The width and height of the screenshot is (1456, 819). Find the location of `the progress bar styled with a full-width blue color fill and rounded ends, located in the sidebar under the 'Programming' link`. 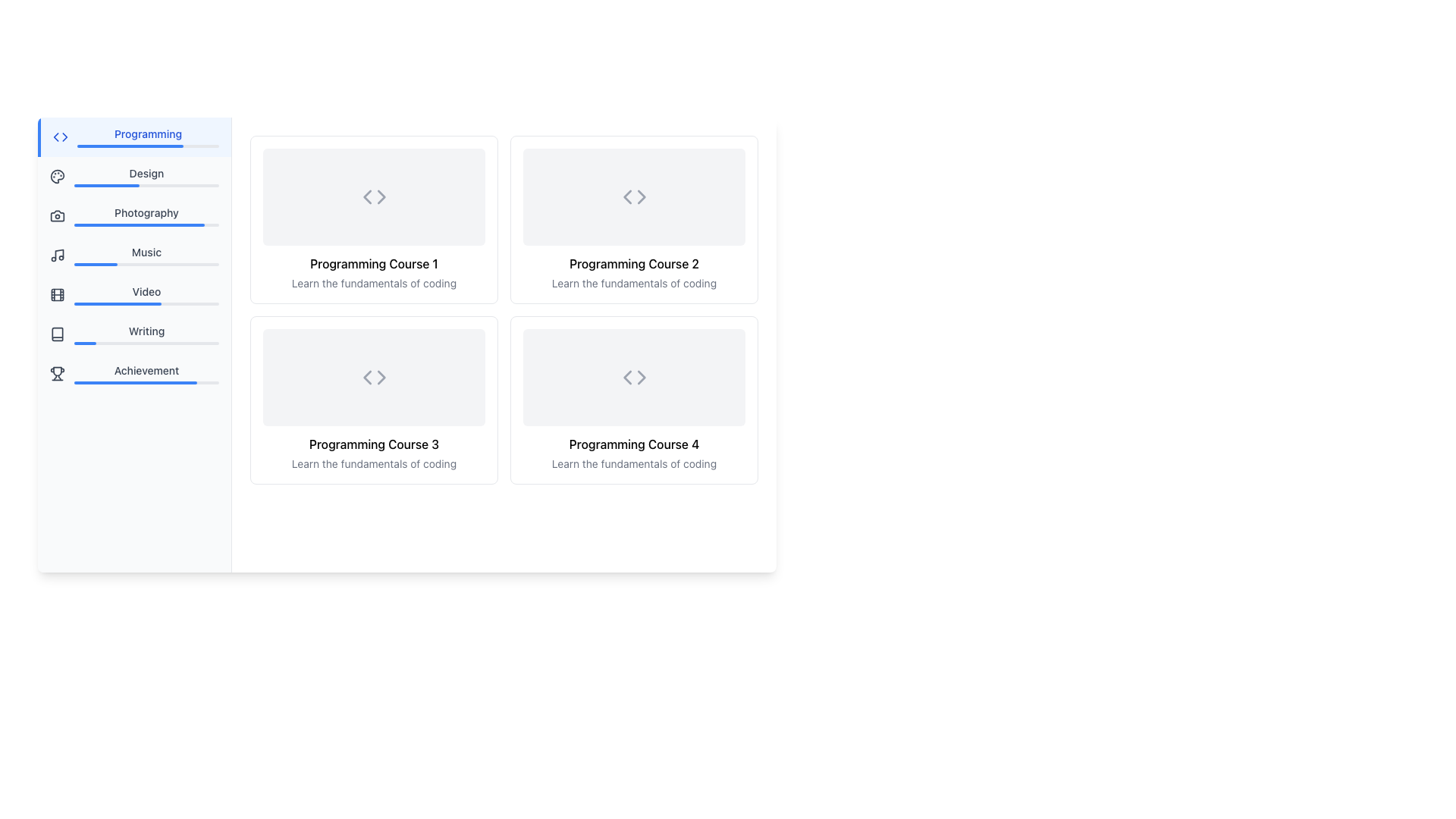

the progress bar styled with a full-width blue color fill and rounded ends, located in the sidebar under the 'Programming' link is located at coordinates (130, 146).